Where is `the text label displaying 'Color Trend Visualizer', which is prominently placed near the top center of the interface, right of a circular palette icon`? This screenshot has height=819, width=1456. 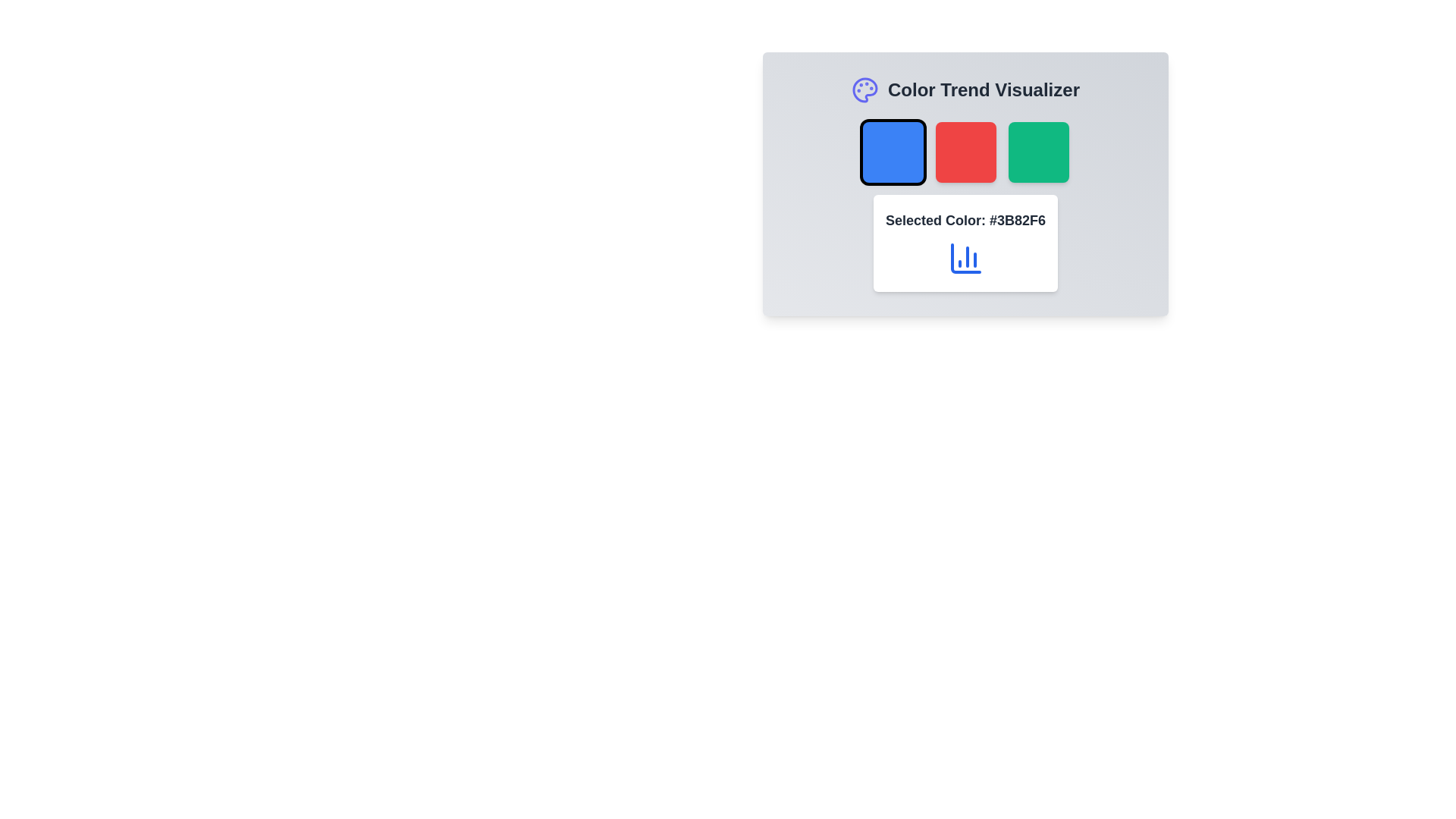 the text label displaying 'Color Trend Visualizer', which is prominently placed near the top center of the interface, right of a circular palette icon is located at coordinates (984, 90).